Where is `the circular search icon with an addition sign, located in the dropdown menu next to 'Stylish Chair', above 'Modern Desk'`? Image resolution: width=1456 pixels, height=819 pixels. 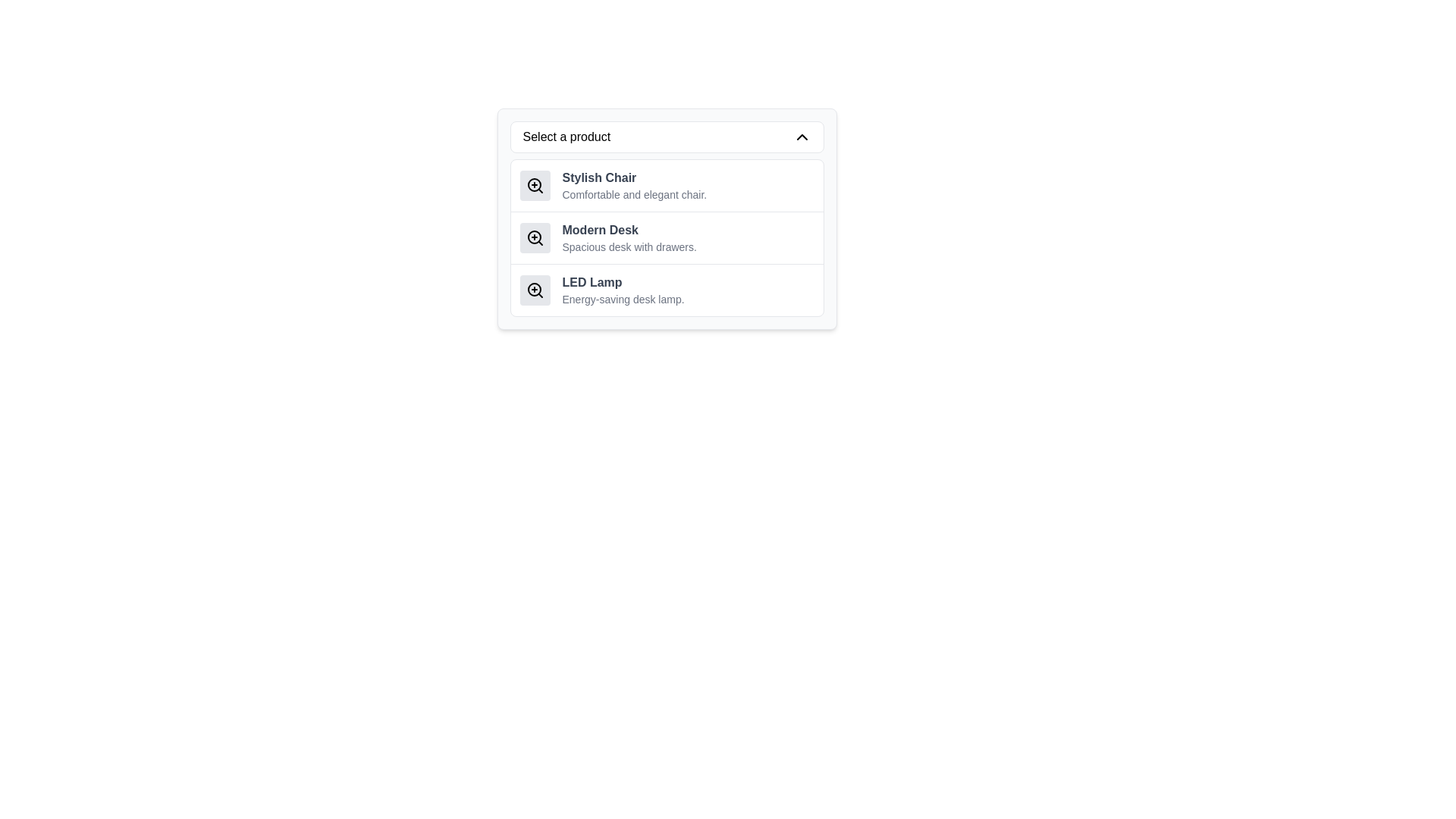 the circular search icon with an addition sign, located in the dropdown menu next to 'Stylish Chair', above 'Modern Desk' is located at coordinates (535, 185).